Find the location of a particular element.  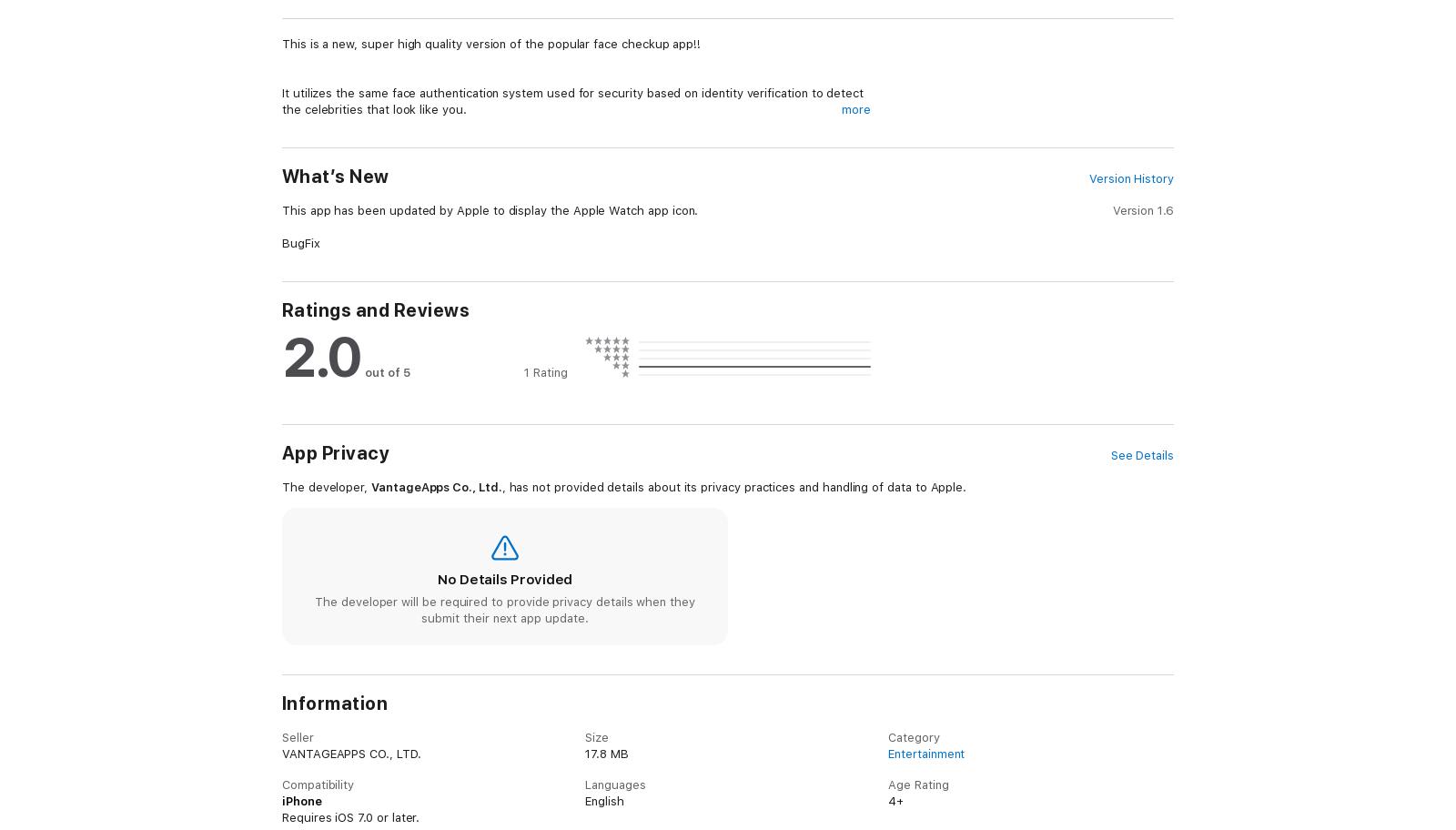

'The developer,' is located at coordinates (327, 487).